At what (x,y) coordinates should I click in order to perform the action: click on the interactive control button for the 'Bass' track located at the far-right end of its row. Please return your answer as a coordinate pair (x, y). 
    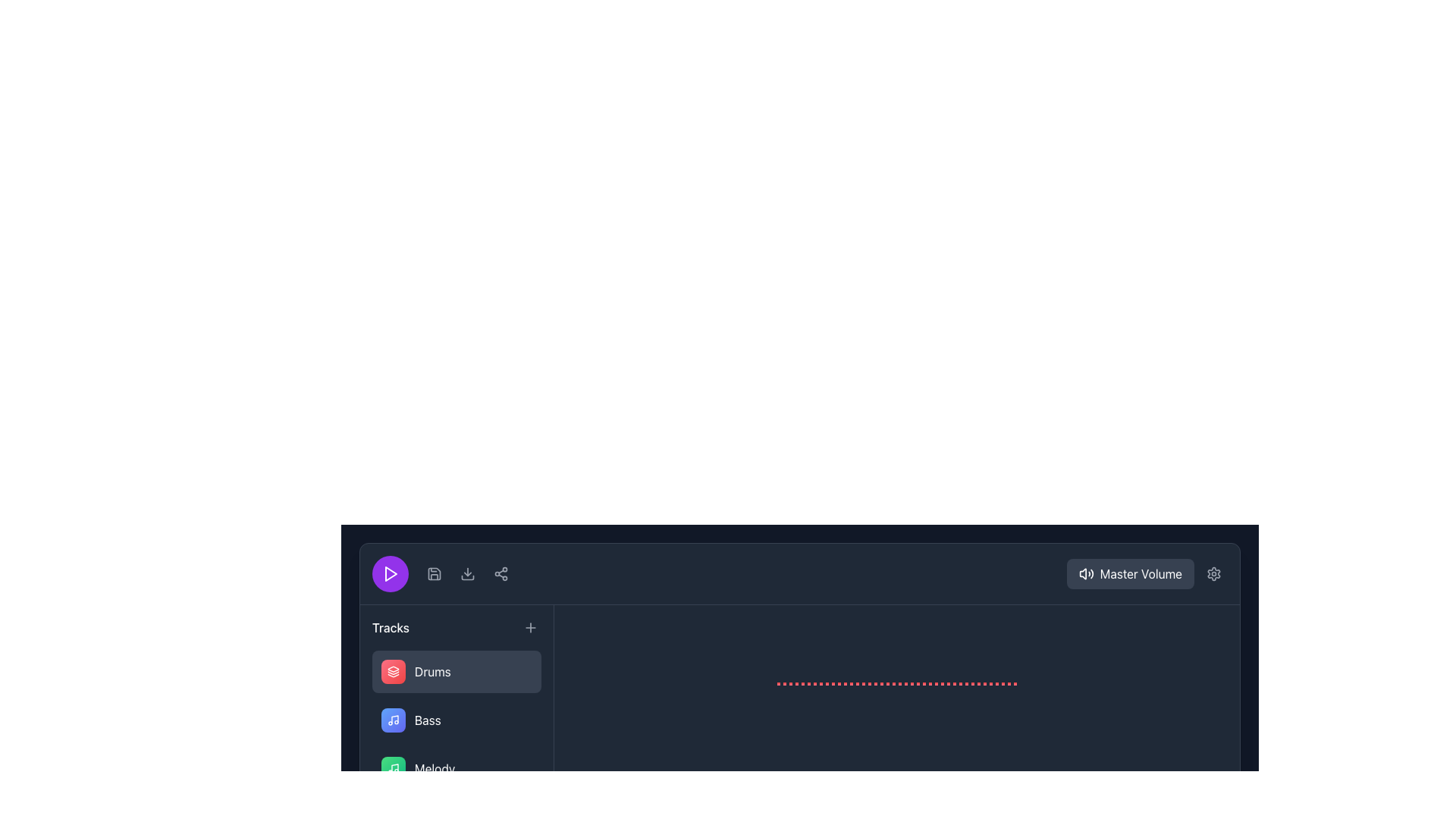
    Looking at the image, I should click on (523, 719).